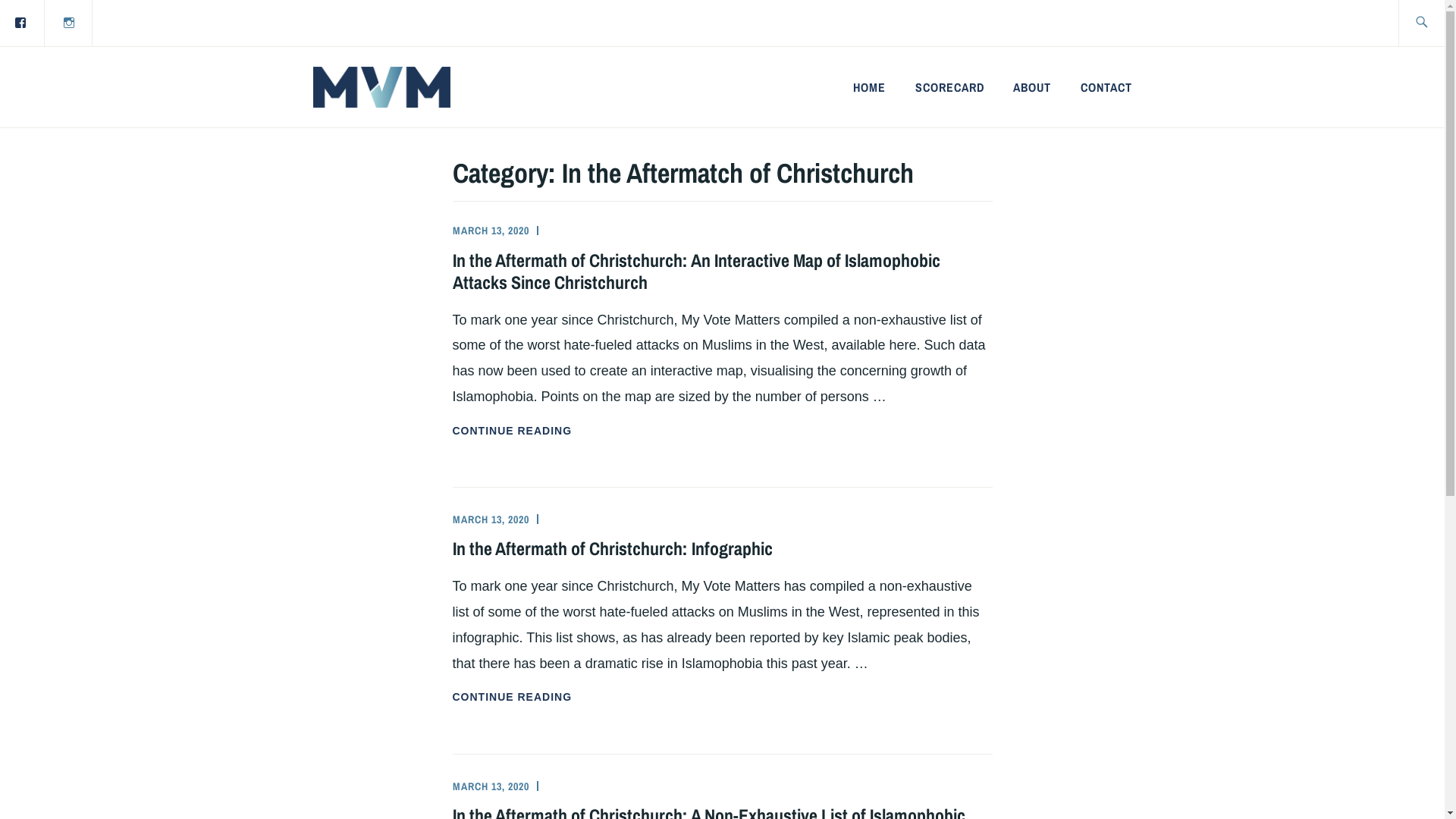 The height and width of the screenshot is (819, 1456). I want to click on 'Instagram', so click(68, 22).